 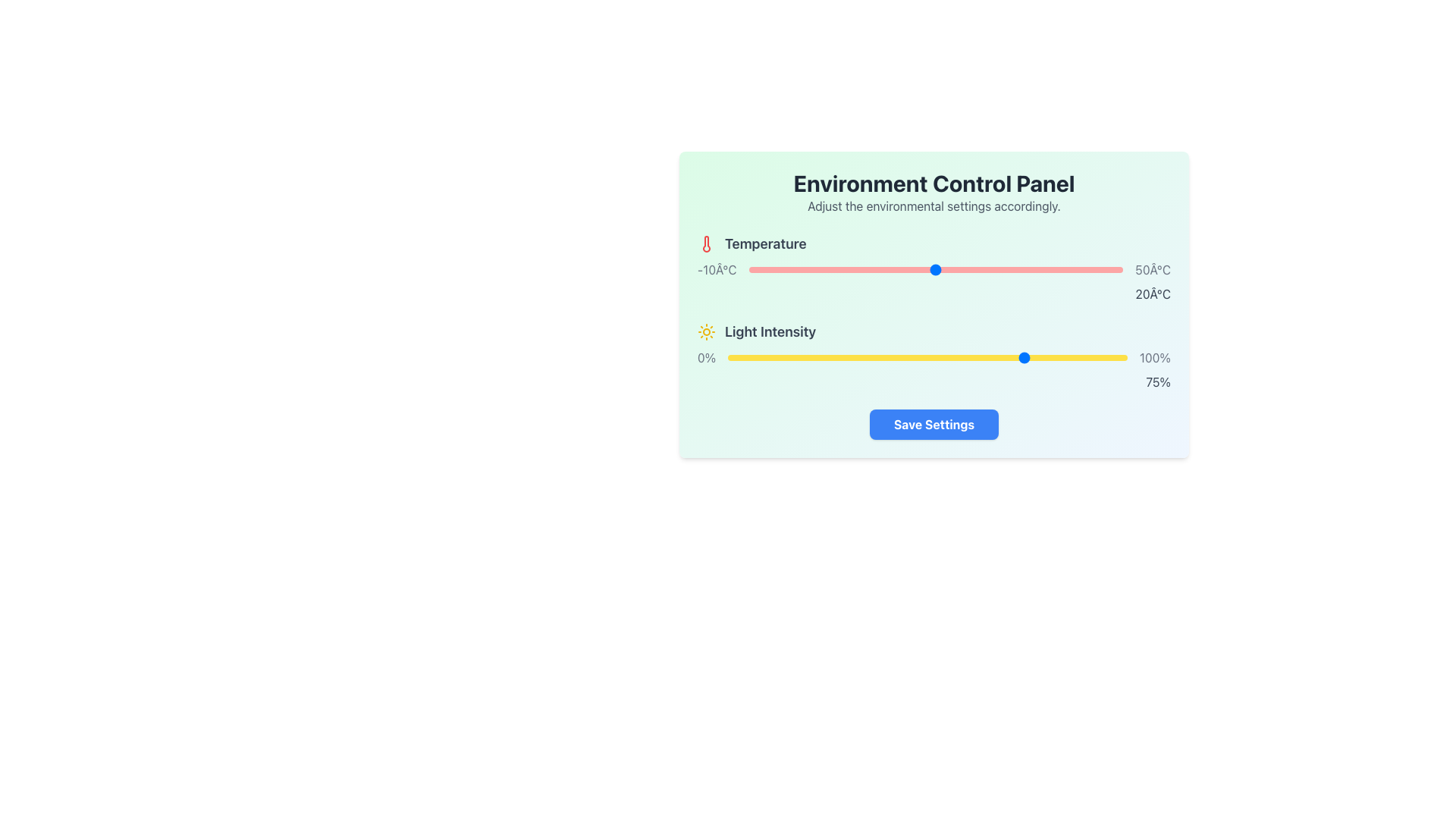 What do you see at coordinates (1034, 357) in the screenshot?
I see `the light intensity` at bounding box center [1034, 357].